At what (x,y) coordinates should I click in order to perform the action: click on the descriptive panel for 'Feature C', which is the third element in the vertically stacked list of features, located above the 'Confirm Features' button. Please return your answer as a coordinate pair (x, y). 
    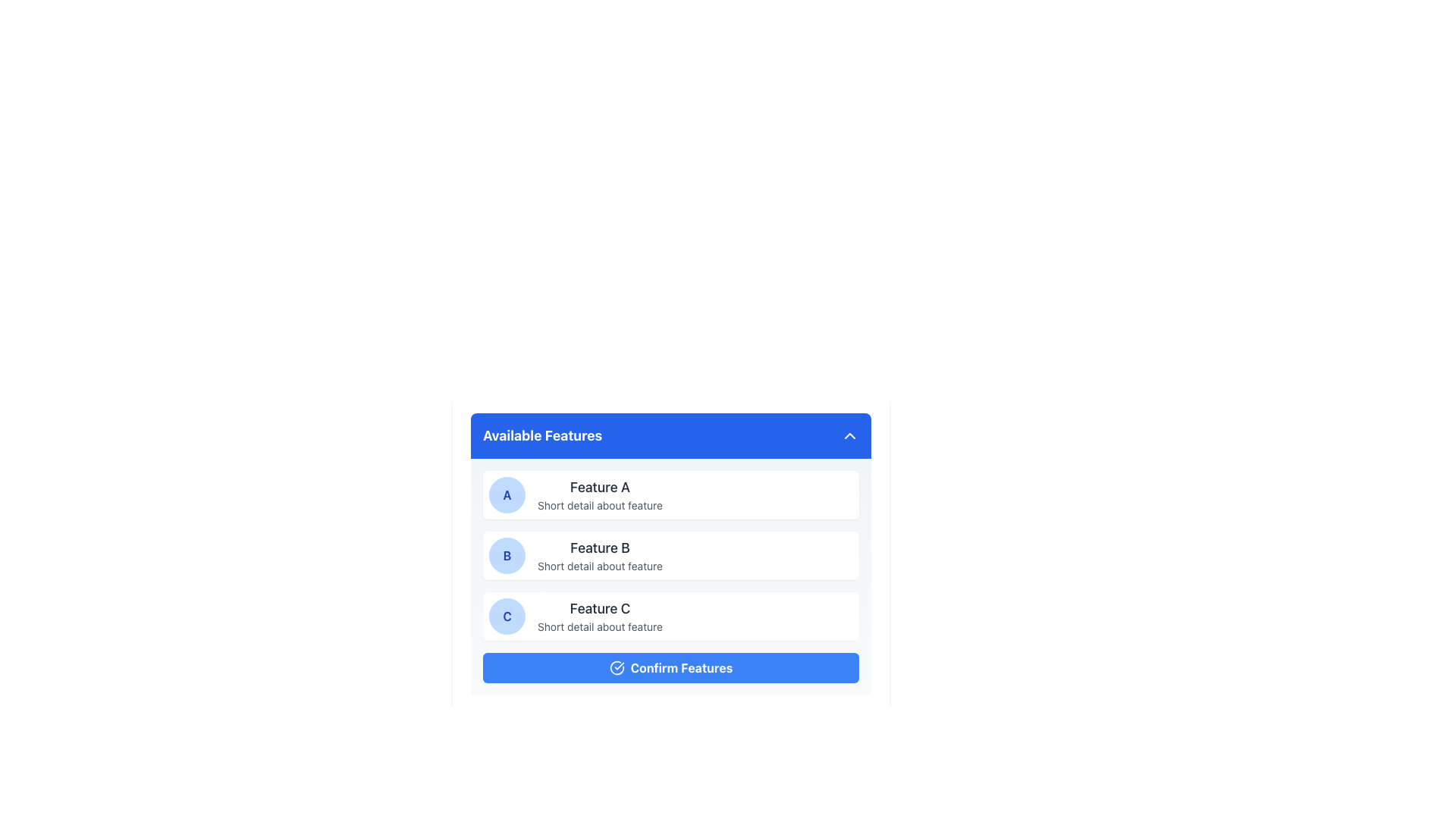
    Looking at the image, I should click on (670, 617).